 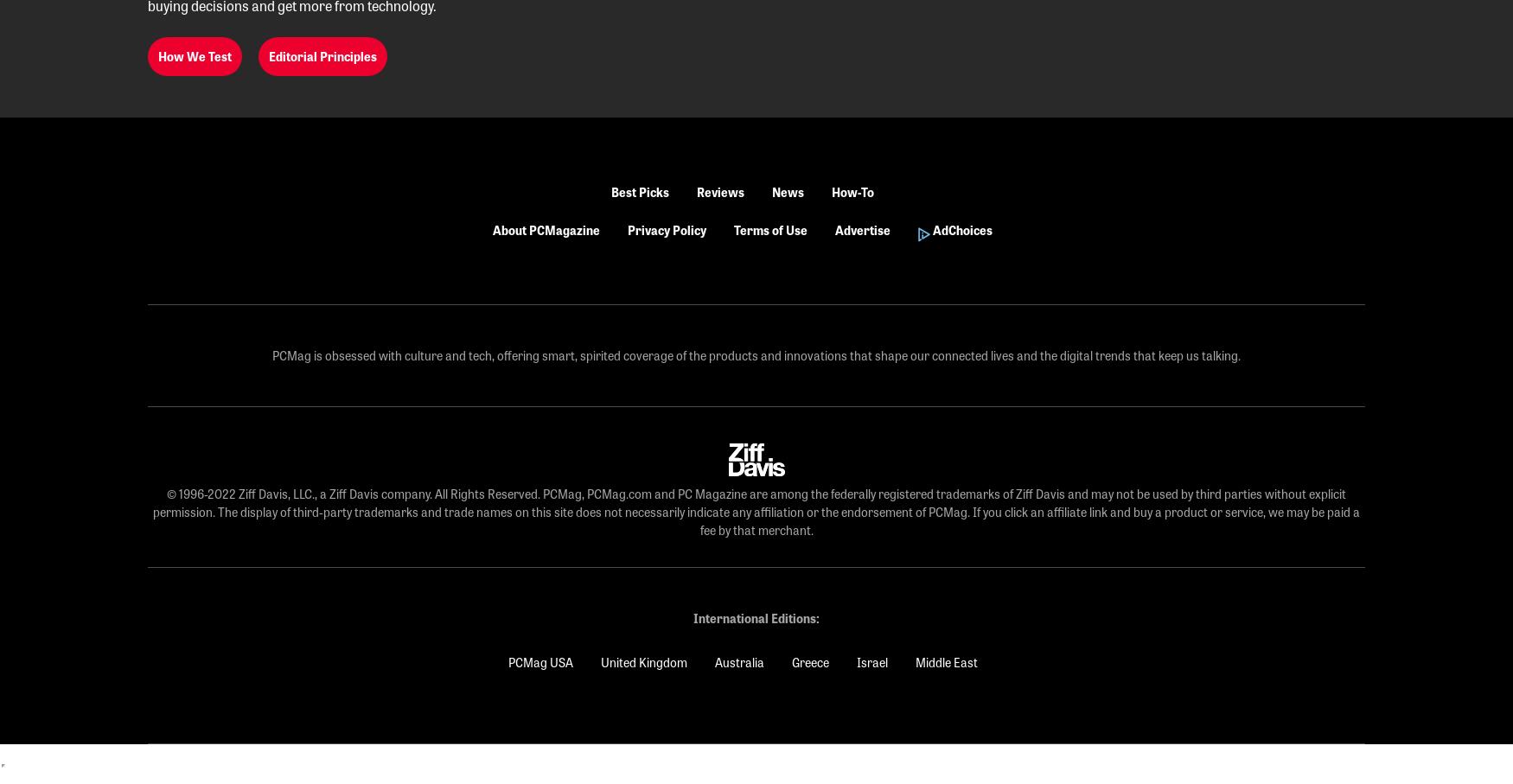 I want to click on 'PCMag is obsessed with culture and tech, offering smart, spirited coverage of the products and innovations that shape our connected lives and the digital trends that keep us talking.', so click(x=272, y=354).